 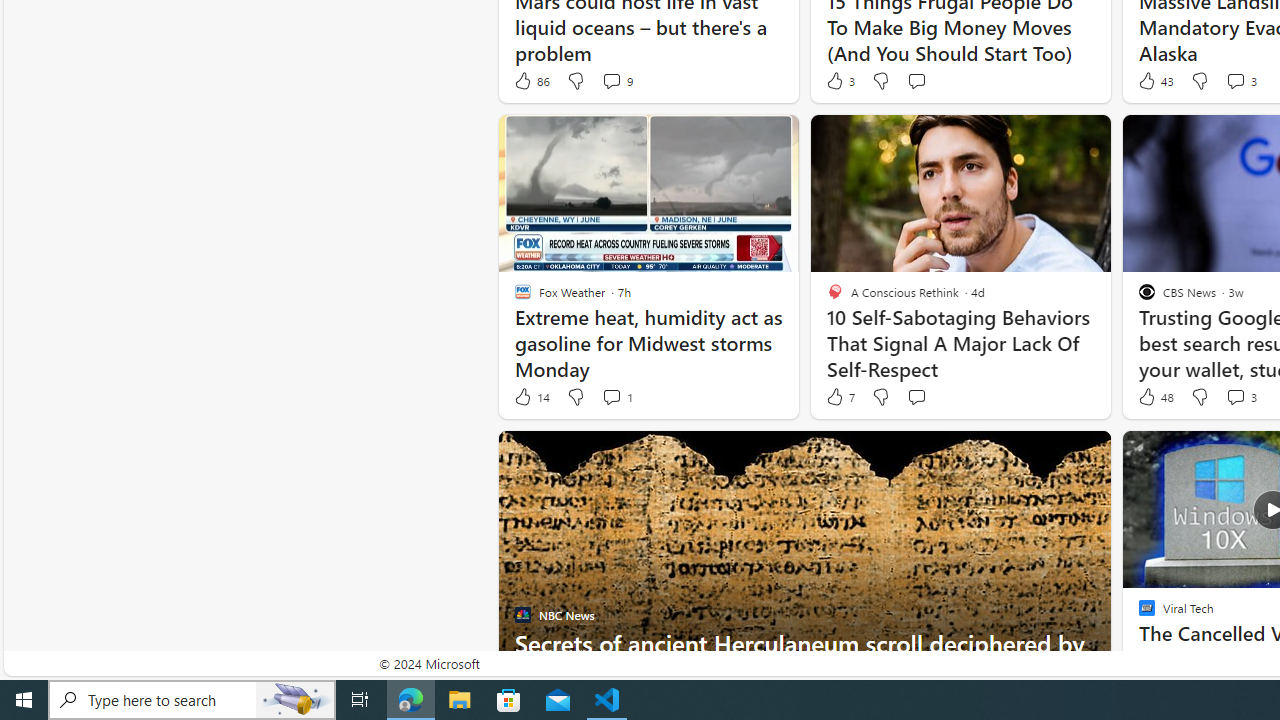 I want to click on '86 Like', so click(x=531, y=80).